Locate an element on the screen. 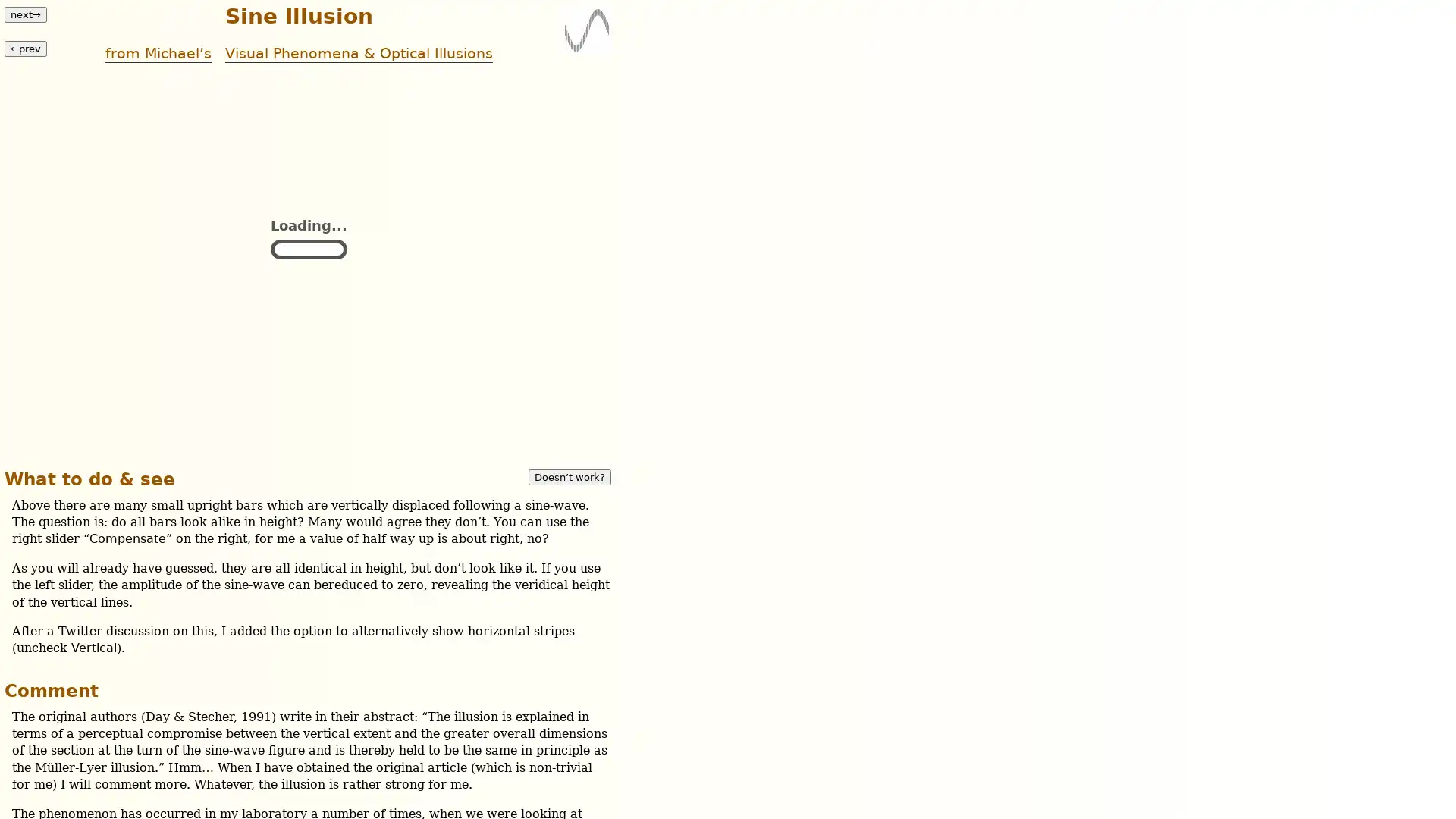 The height and width of the screenshot is (819, 1456). next is located at coordinates (25, 14).